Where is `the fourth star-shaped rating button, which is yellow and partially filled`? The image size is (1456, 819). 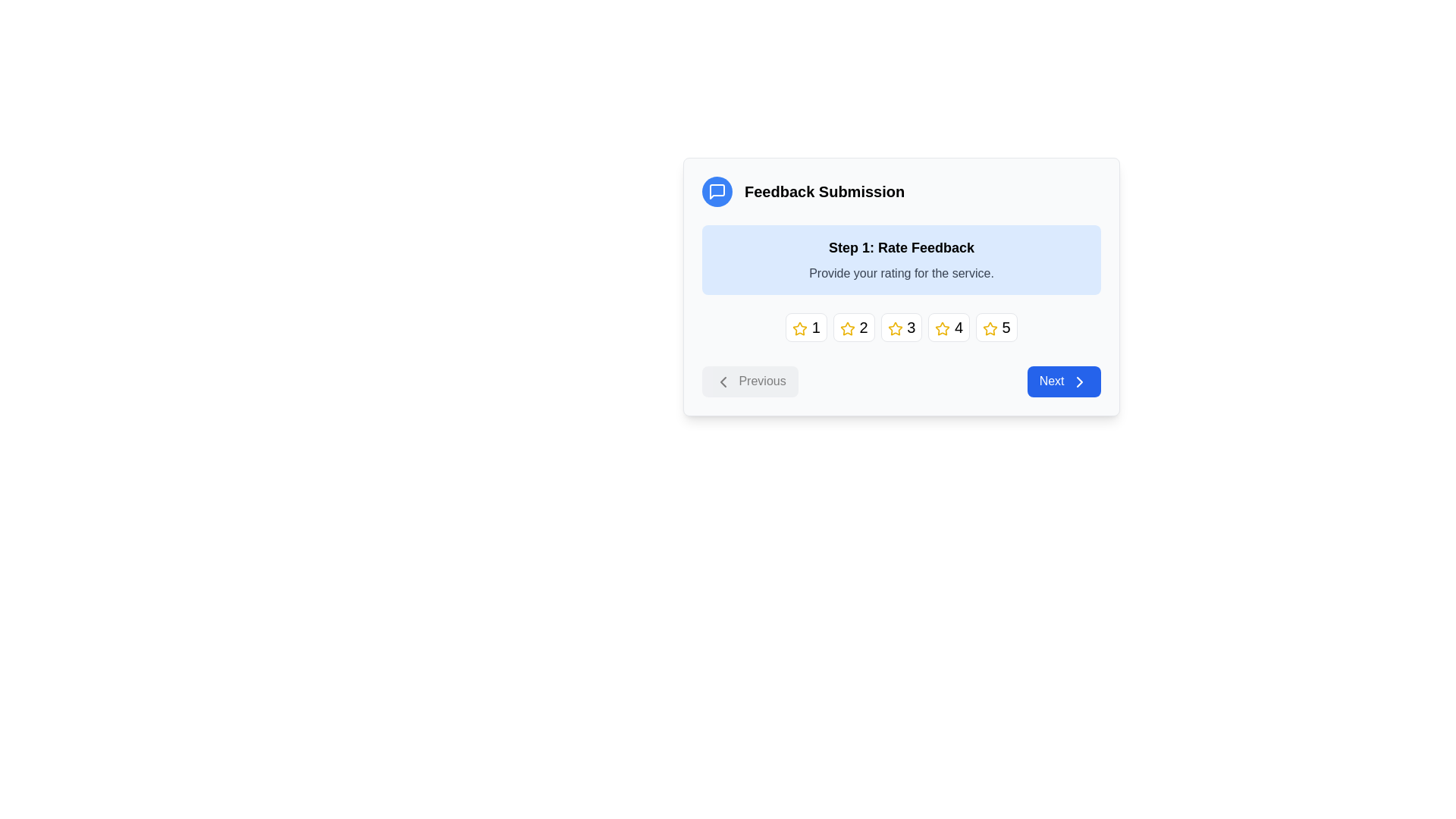 the fourth star-shaped rating button, which is yellow and partially filled is located at coordinates (942, 328).